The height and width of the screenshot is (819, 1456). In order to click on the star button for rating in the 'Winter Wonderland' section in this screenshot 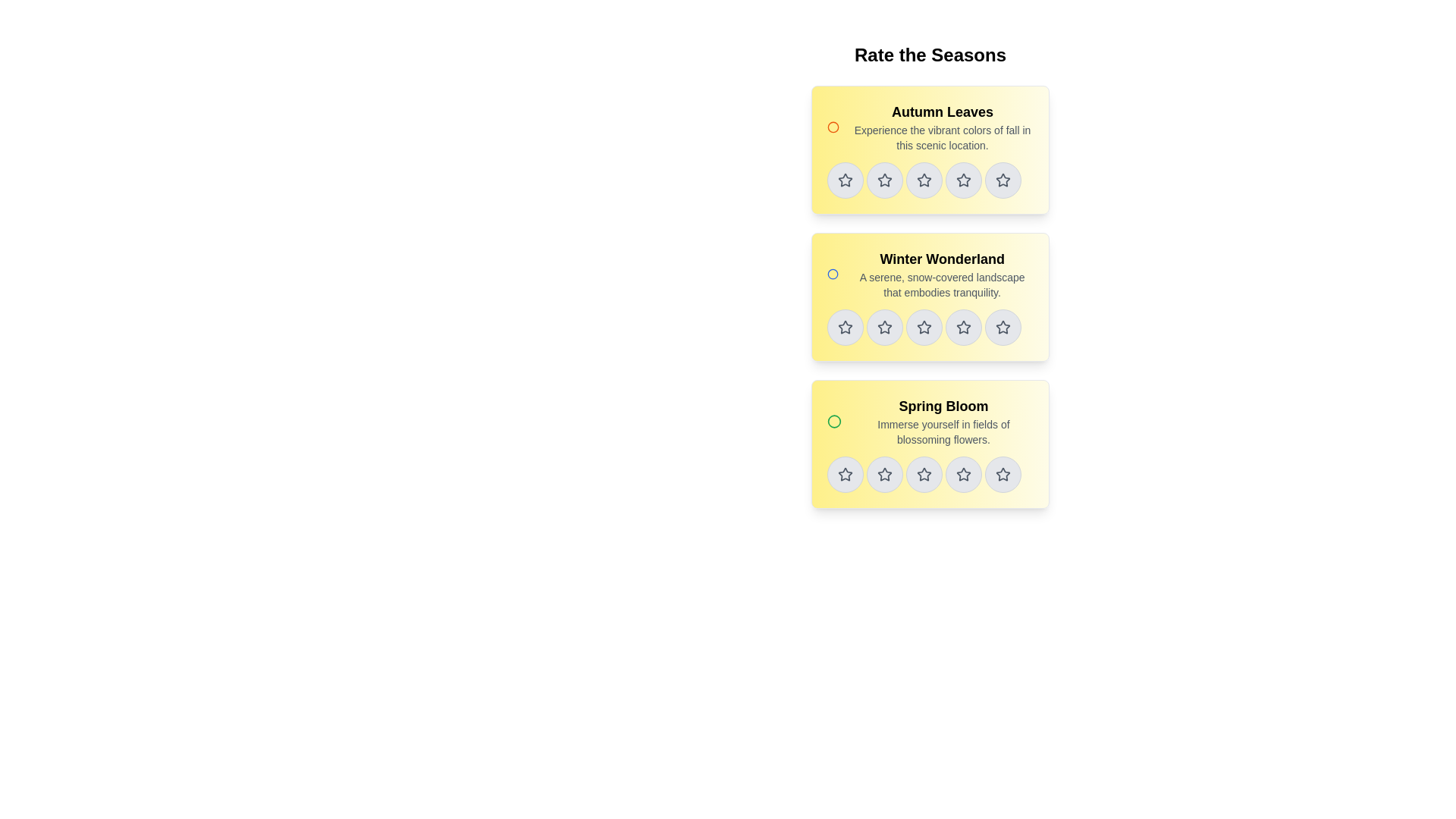, I will do `click(884, 327)`.